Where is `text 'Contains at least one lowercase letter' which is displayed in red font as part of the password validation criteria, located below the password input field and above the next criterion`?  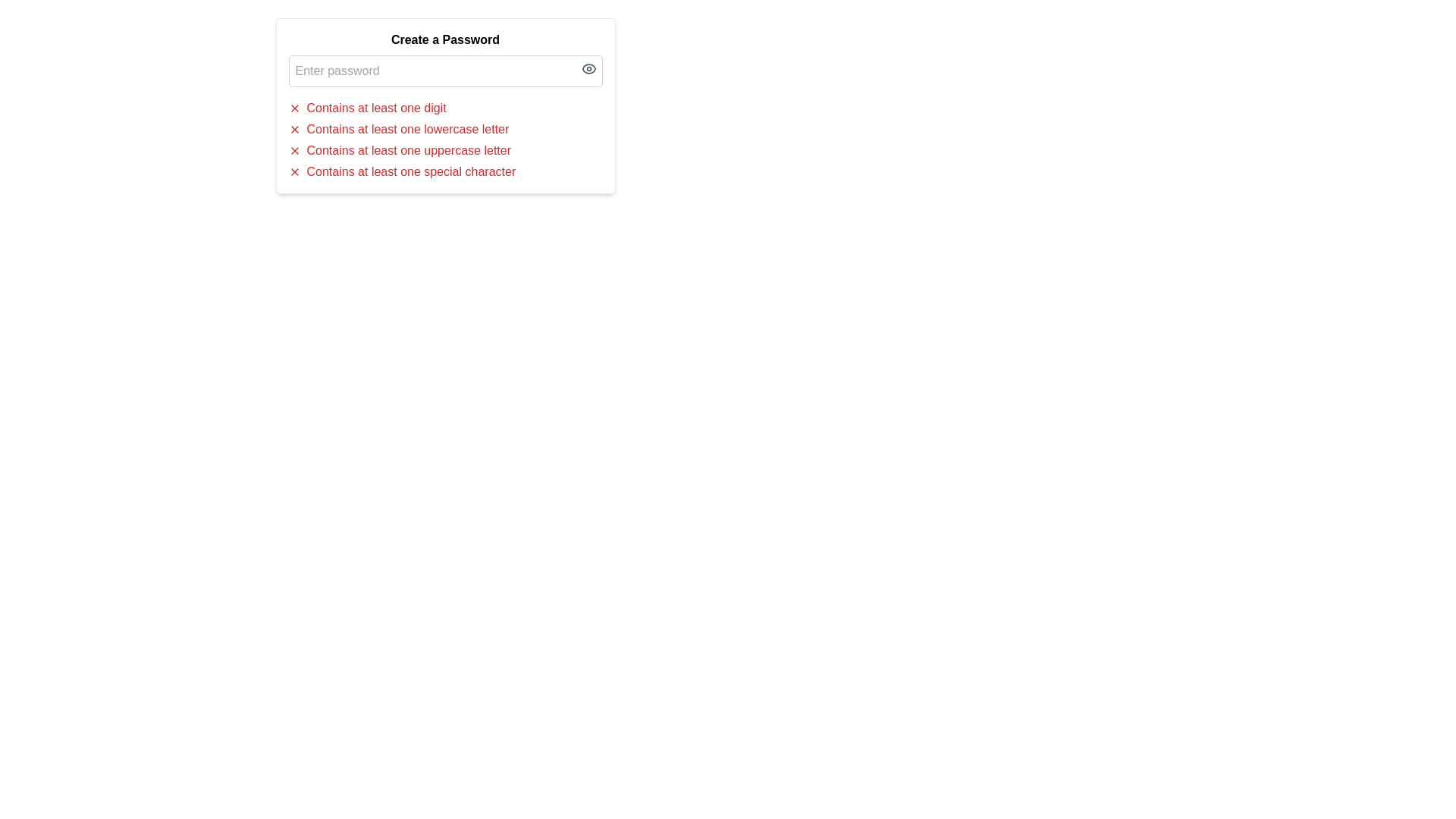 text 'Contains at least one lowercase letter' which is displayed in red font as part of the password validation criteria, located below the password input field and above the next criterion is located at coordinates (407, 128).